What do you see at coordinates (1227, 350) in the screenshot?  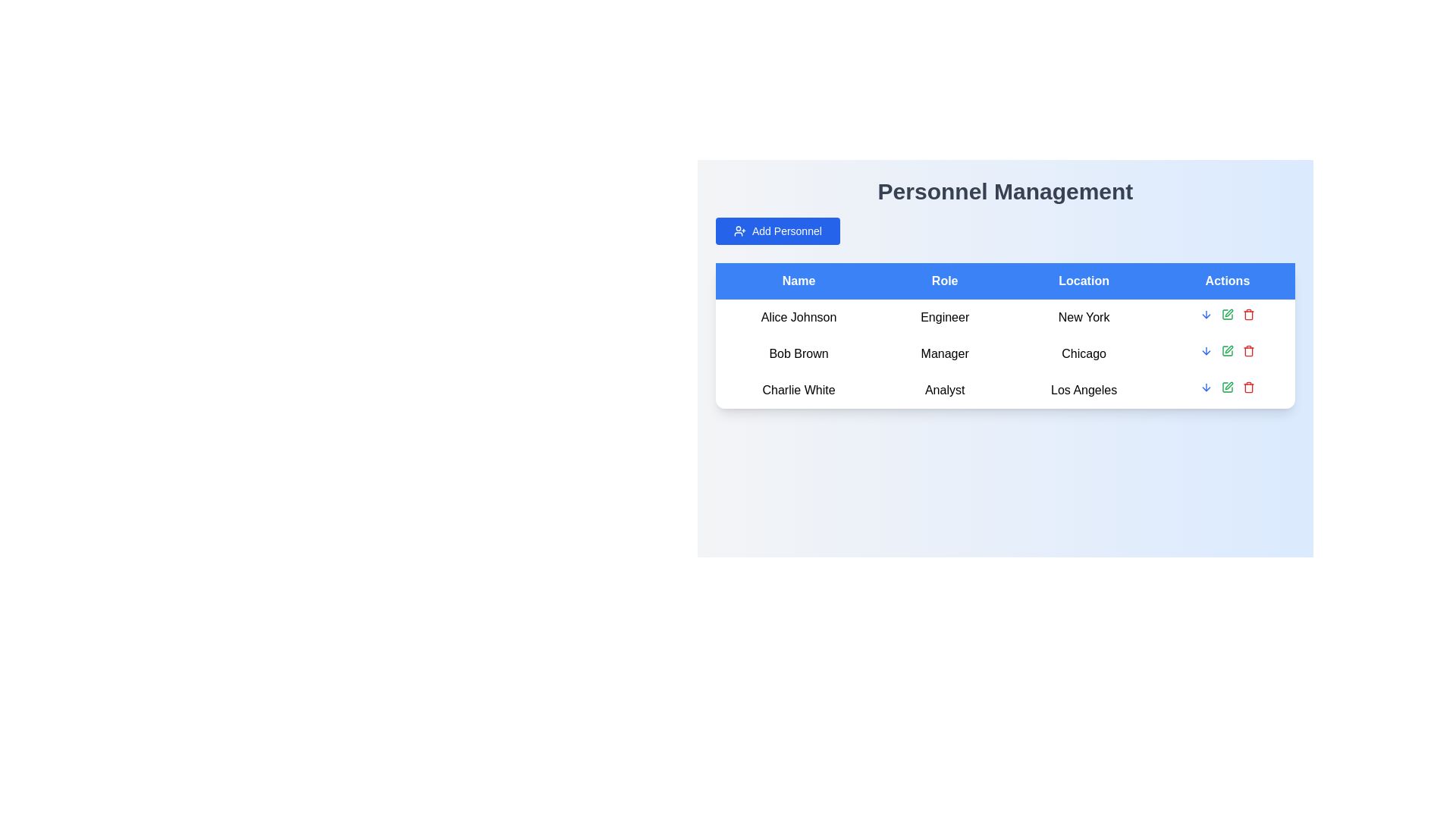 I see `the 'Edit' icon button located in the second row of the 'Actions' column of the table to initiate edit mode` at bounding box center [1227, 350].